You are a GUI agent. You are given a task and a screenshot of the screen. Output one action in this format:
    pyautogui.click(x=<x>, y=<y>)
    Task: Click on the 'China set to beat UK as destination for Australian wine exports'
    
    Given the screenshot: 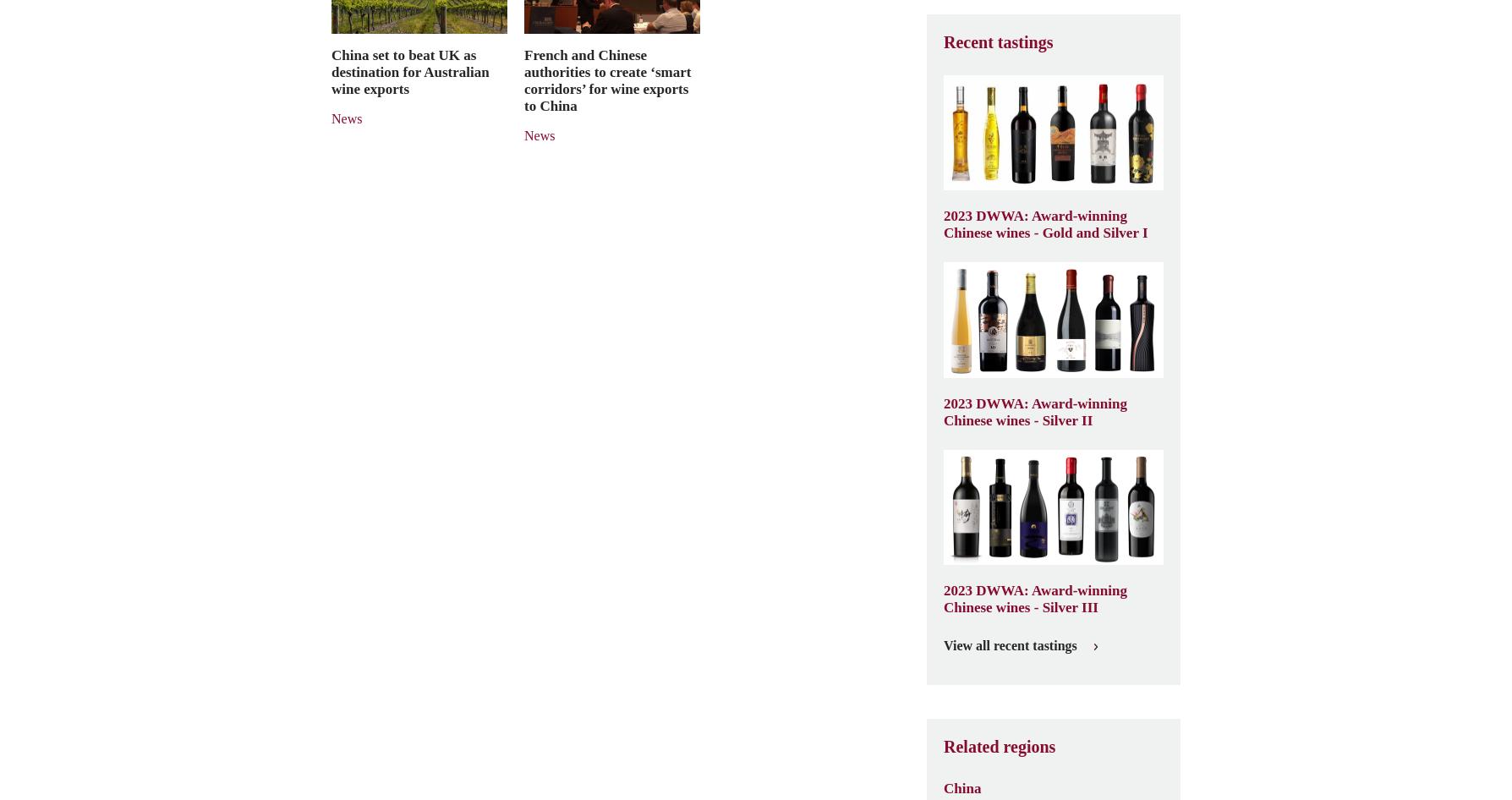 What is the action you would take?
    pyautogui.click(x=410, y=70)
    